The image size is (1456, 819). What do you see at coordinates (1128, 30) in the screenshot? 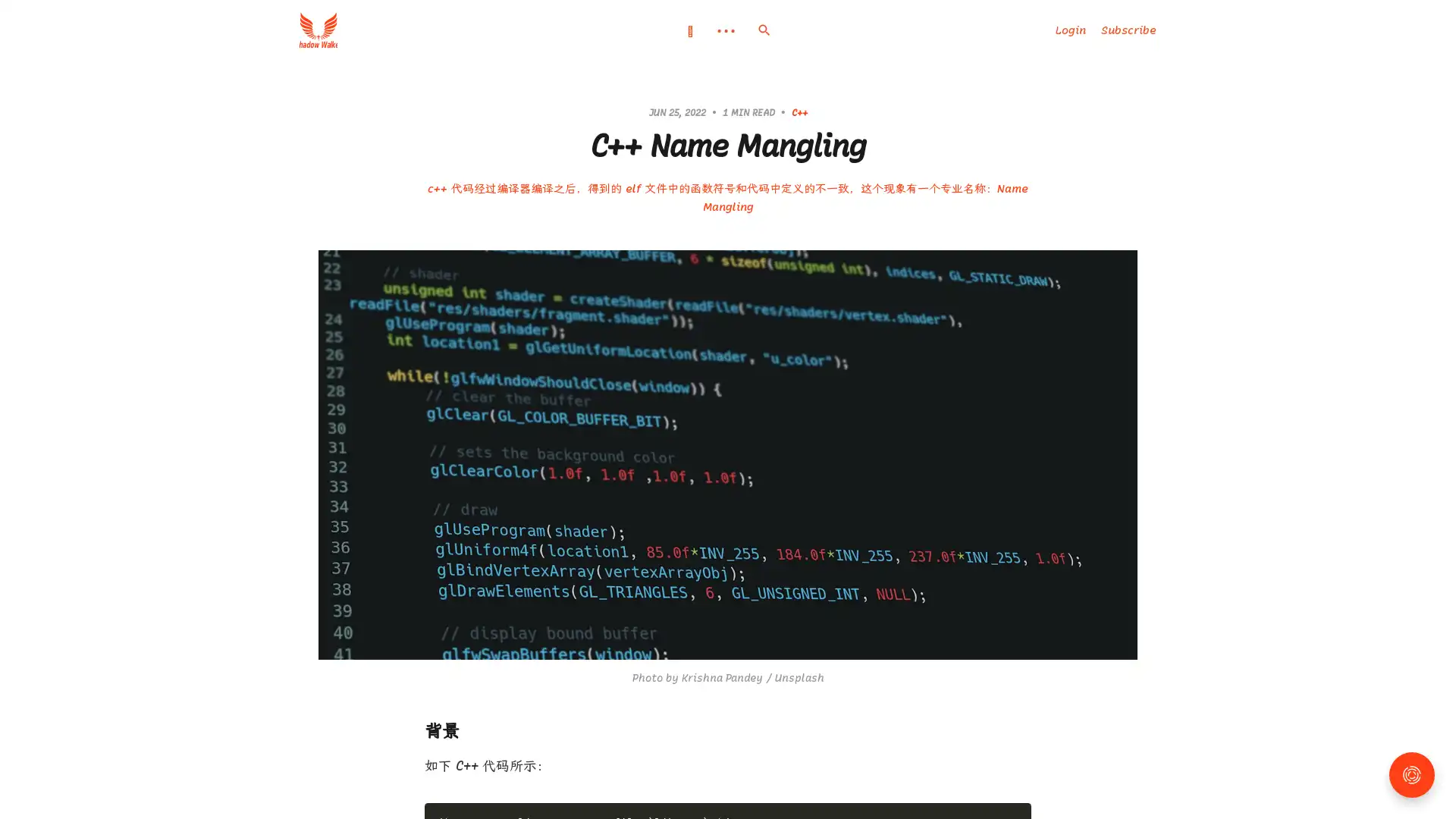
I see `Subscribe` at bounding box center [1128, 30].